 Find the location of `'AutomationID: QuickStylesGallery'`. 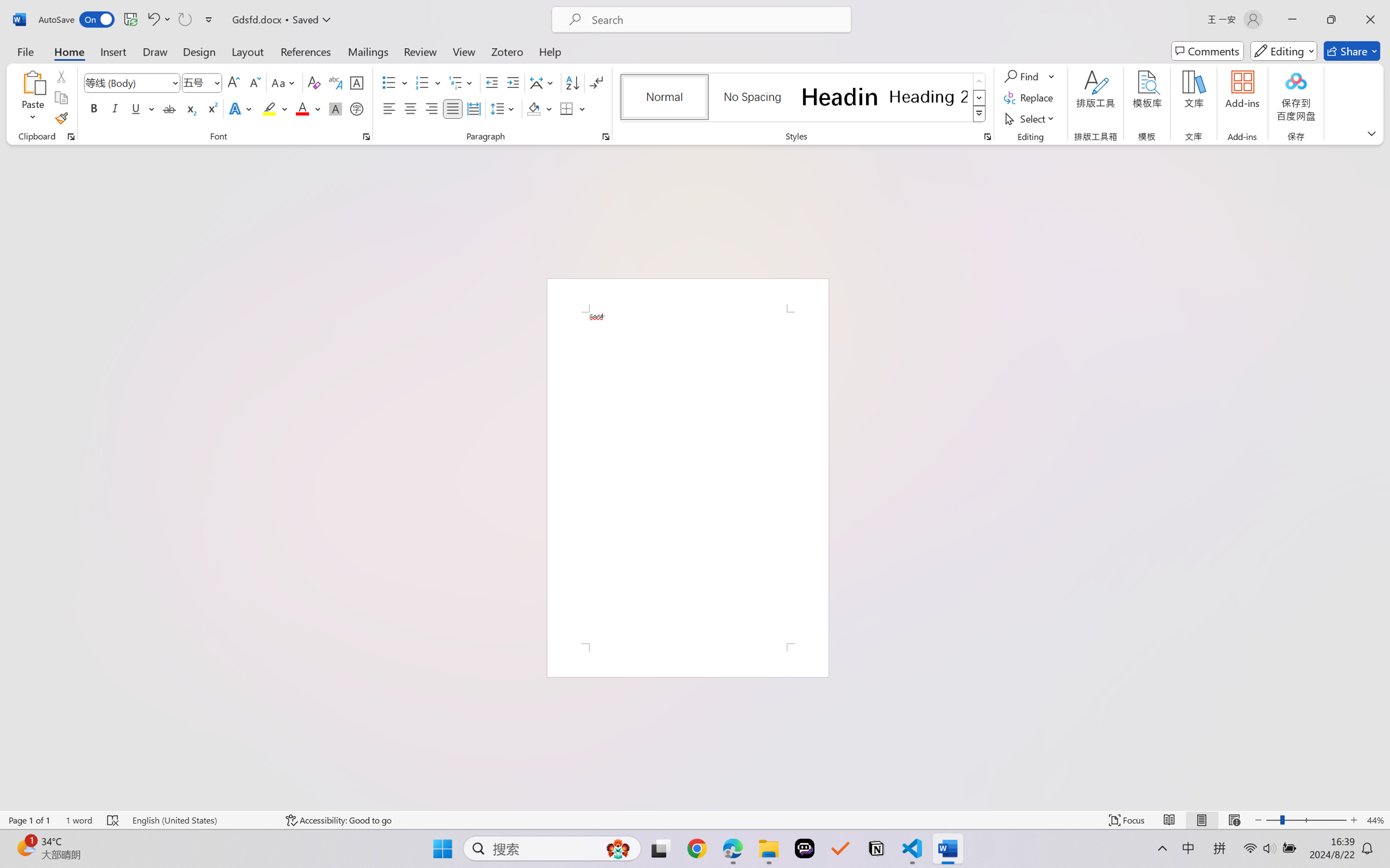

'AutomationID: QuickStylesGallery' is located at coordinates (802, 98).